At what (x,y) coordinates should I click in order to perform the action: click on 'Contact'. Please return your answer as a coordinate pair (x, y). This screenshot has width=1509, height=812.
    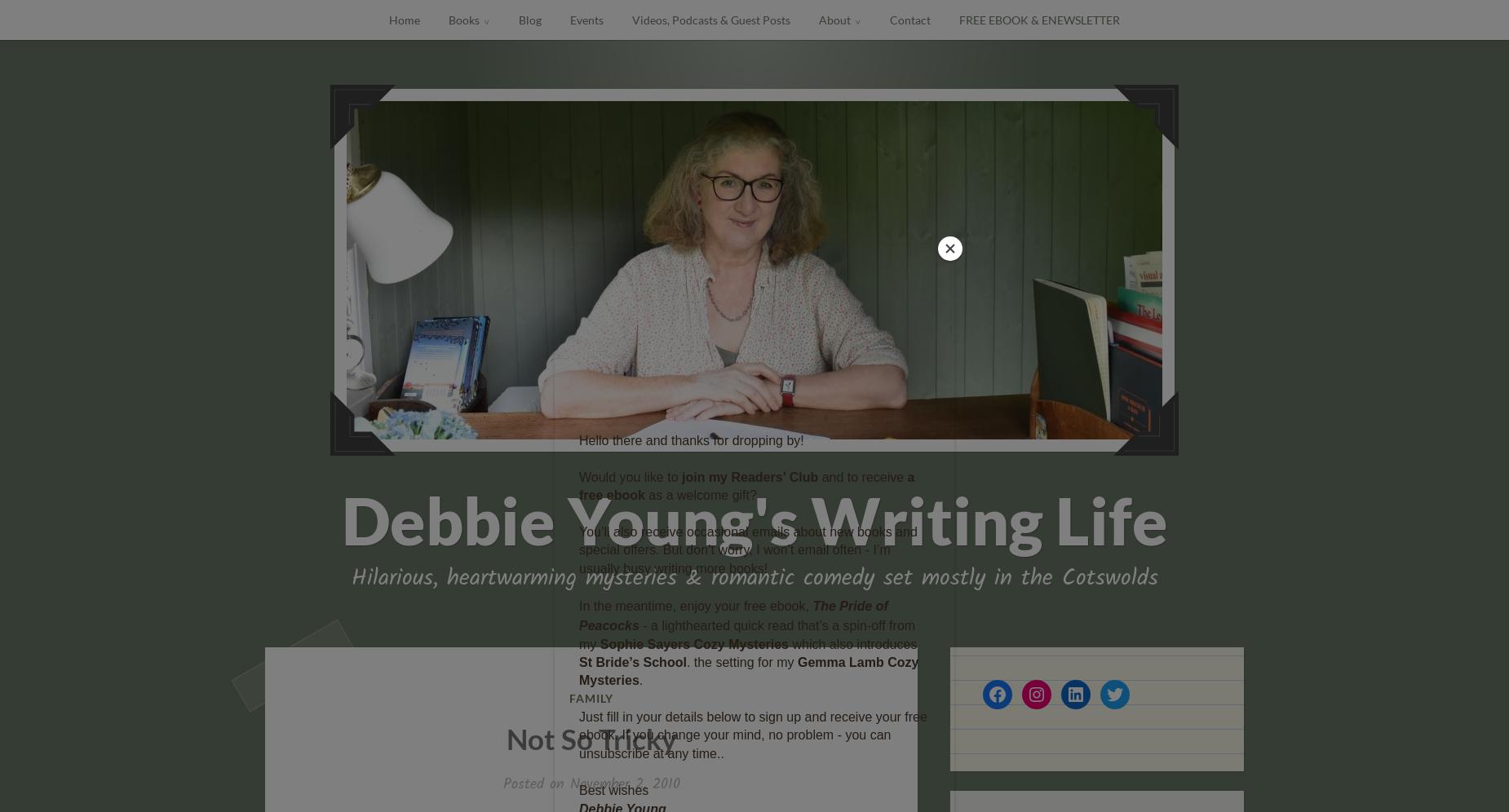
    Looking at the image, I should click on (888, 20).